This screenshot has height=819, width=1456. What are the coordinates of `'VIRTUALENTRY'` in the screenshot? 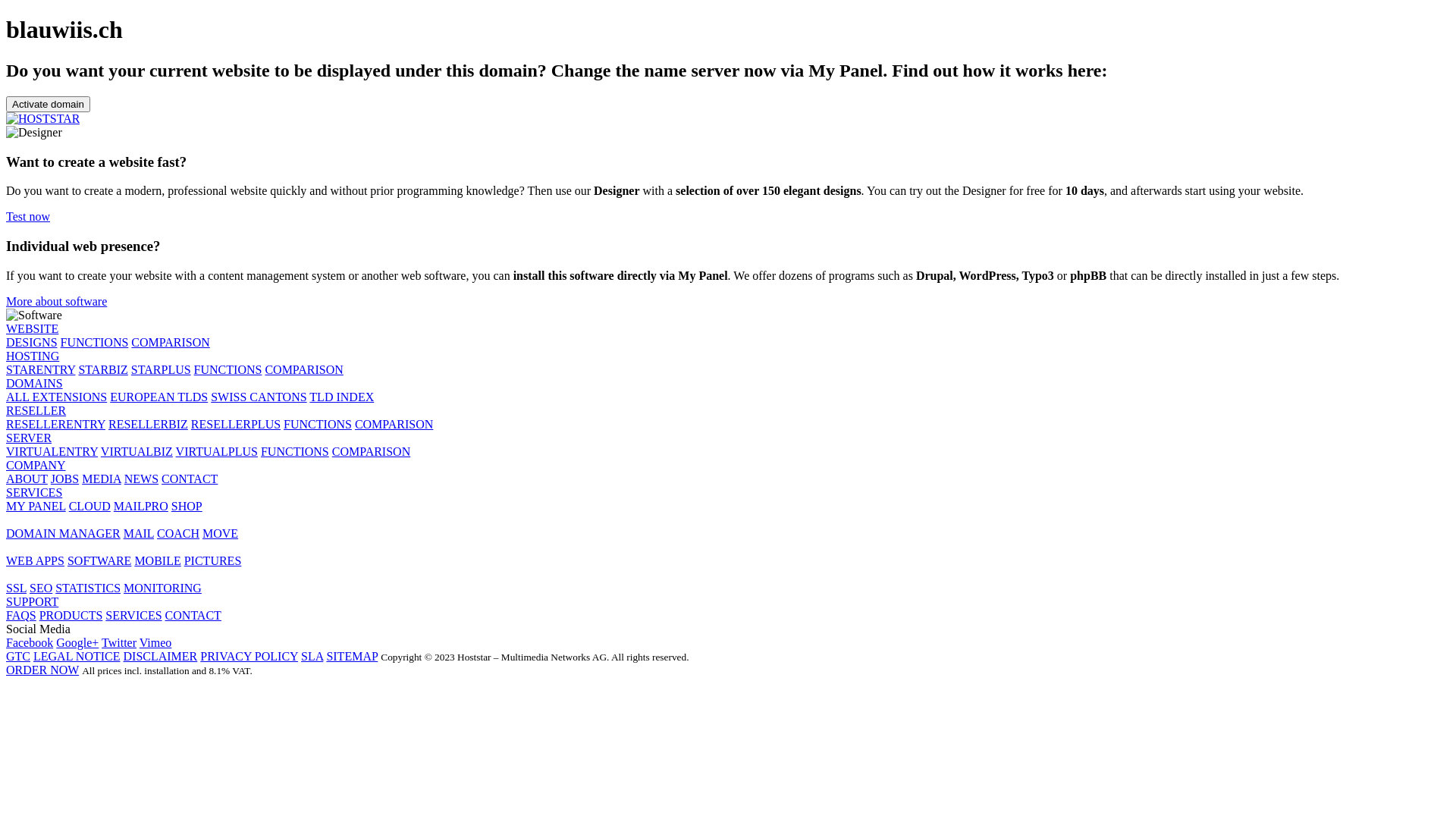 It's located at (6, 450).